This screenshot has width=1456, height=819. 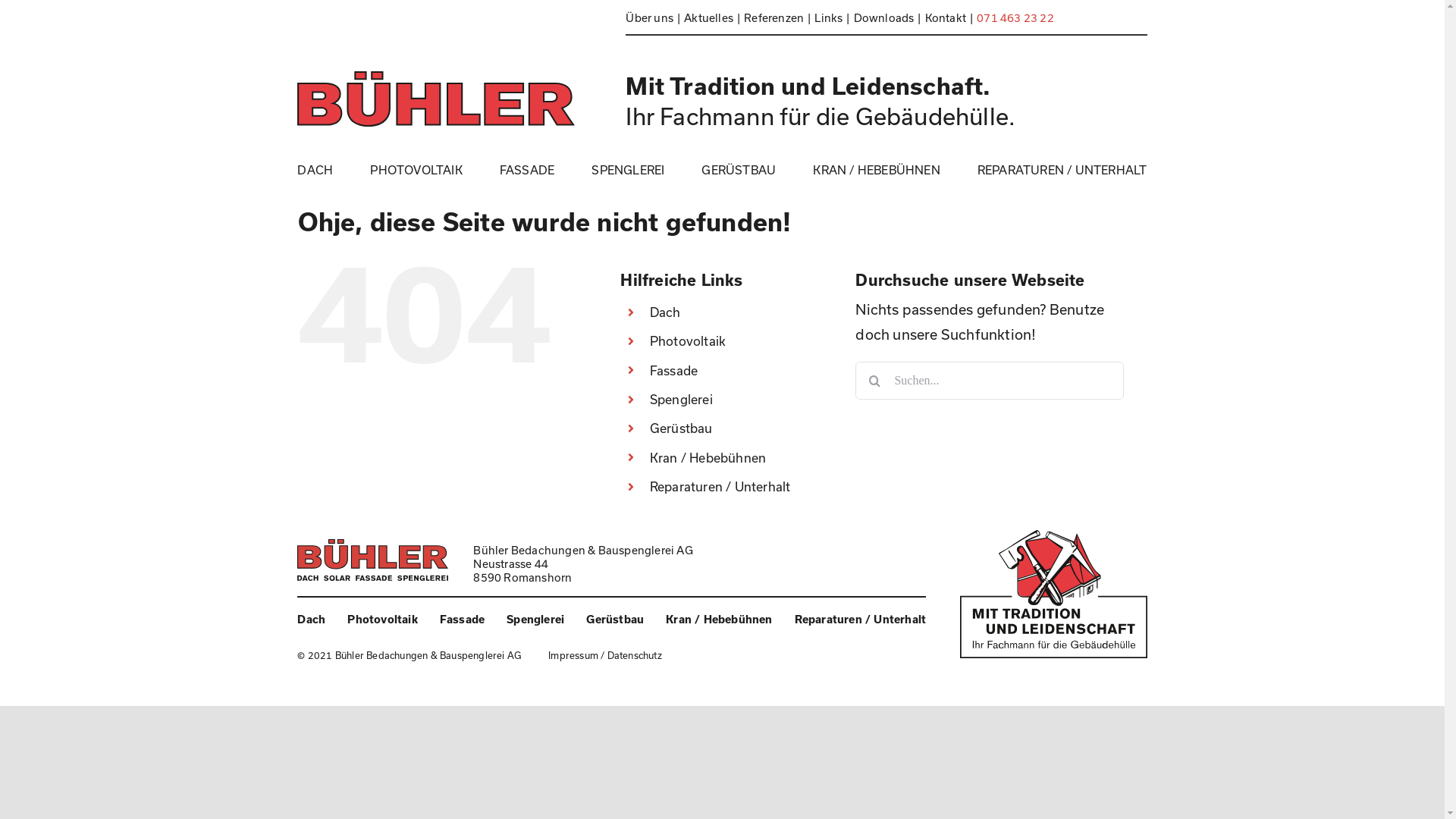 I want to click on 'Referenzen', so click(x=779, y=17).